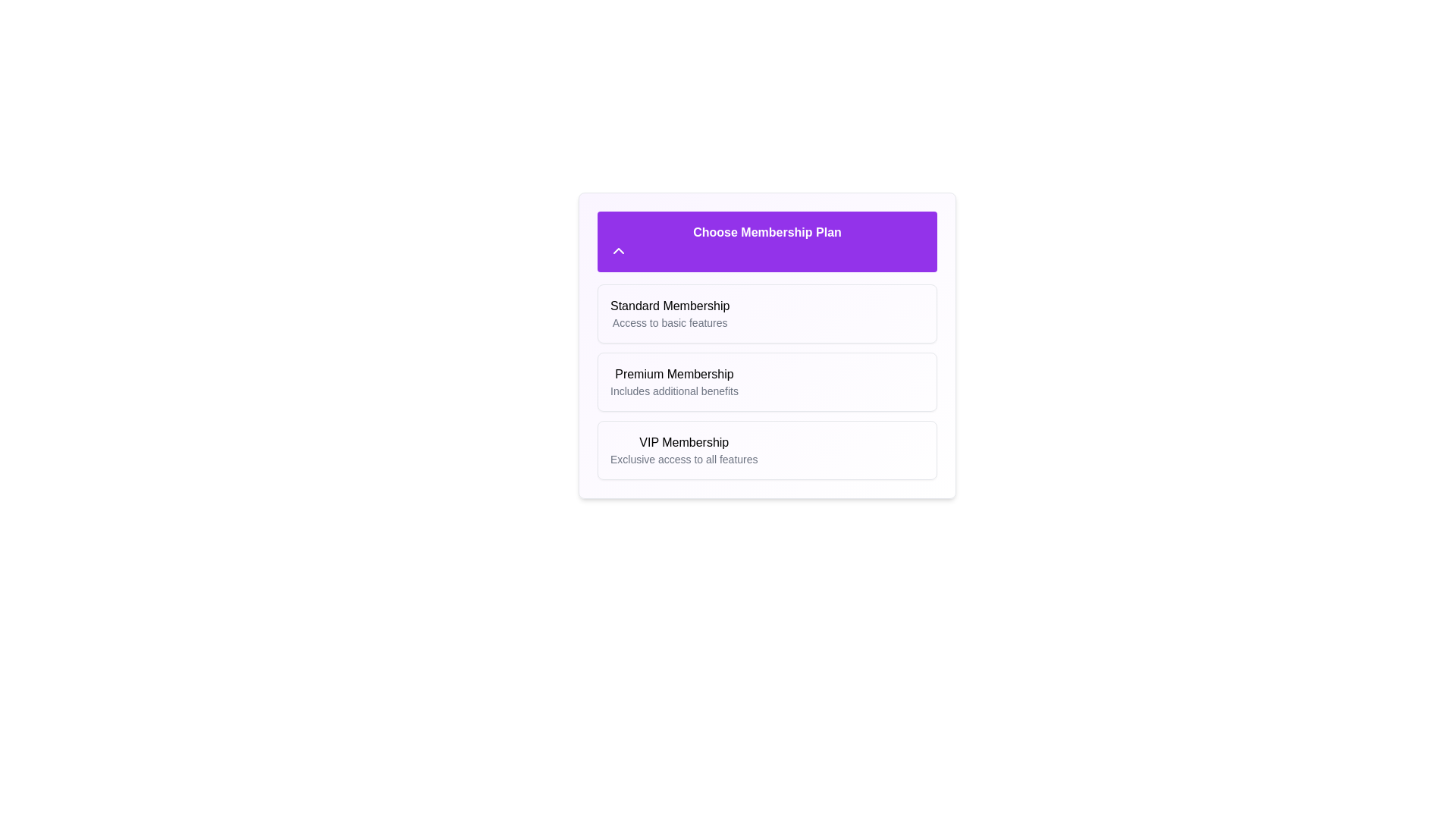 The image size is (1456, 819). I want to click on the 'VIP Membership' selectable list item, so click(767, 450).